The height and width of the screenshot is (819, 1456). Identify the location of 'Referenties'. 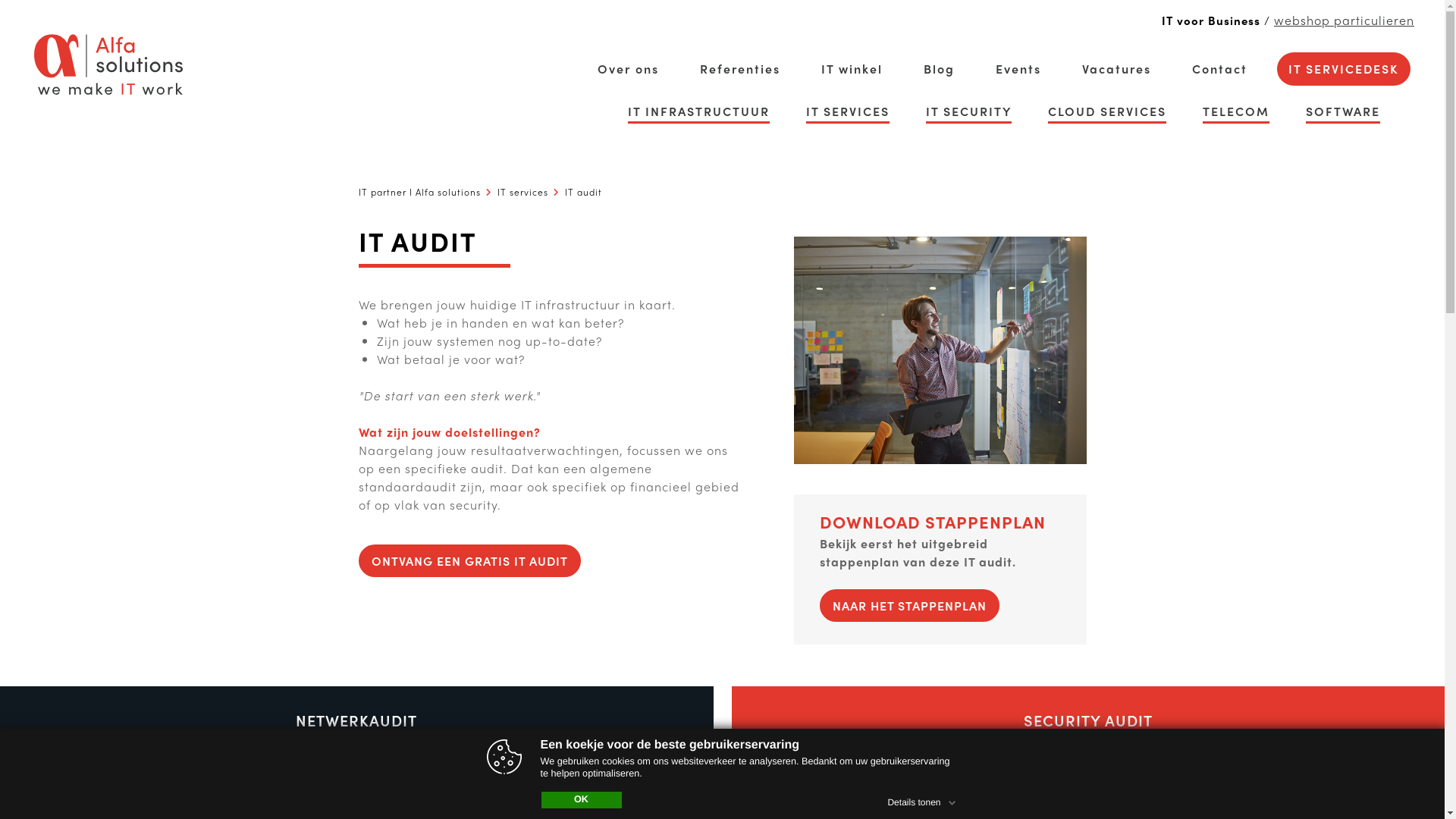
(739, 69).